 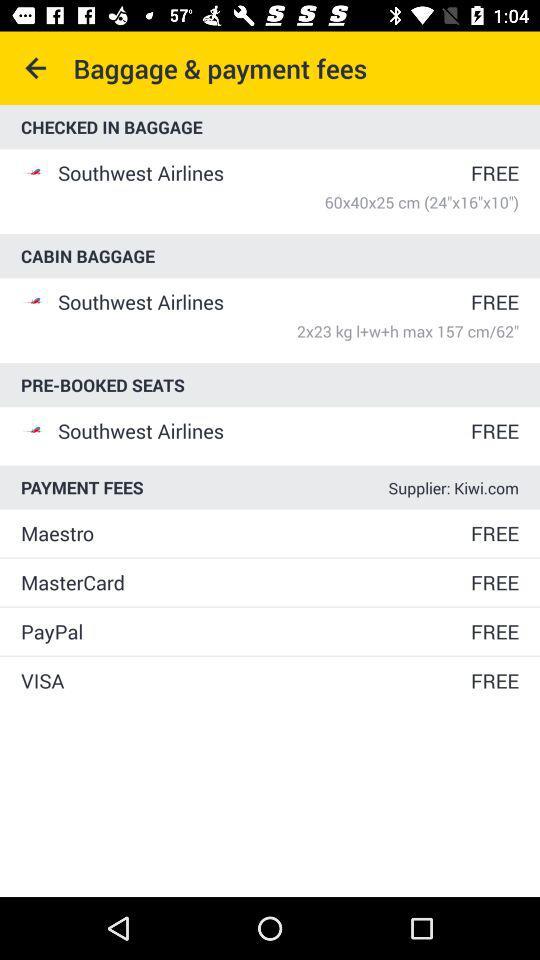 What do you see at coordinates (244, 532) in the screenshot?
I see `the item next to the free icon` at bounding box center [244, 532].